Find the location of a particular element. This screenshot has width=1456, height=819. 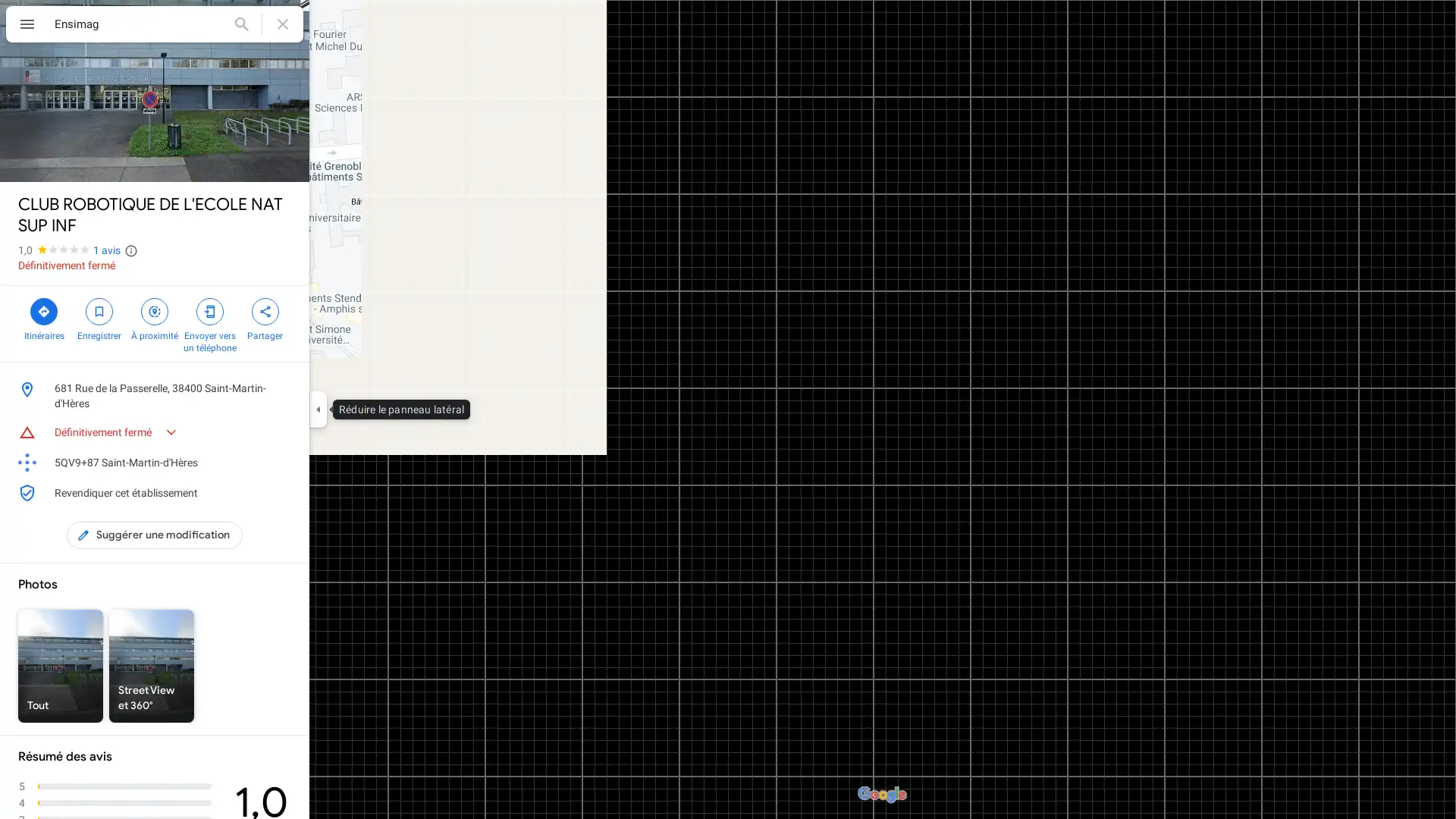

En savoir plus sur les plus codes is located at coordinates (284, 461).